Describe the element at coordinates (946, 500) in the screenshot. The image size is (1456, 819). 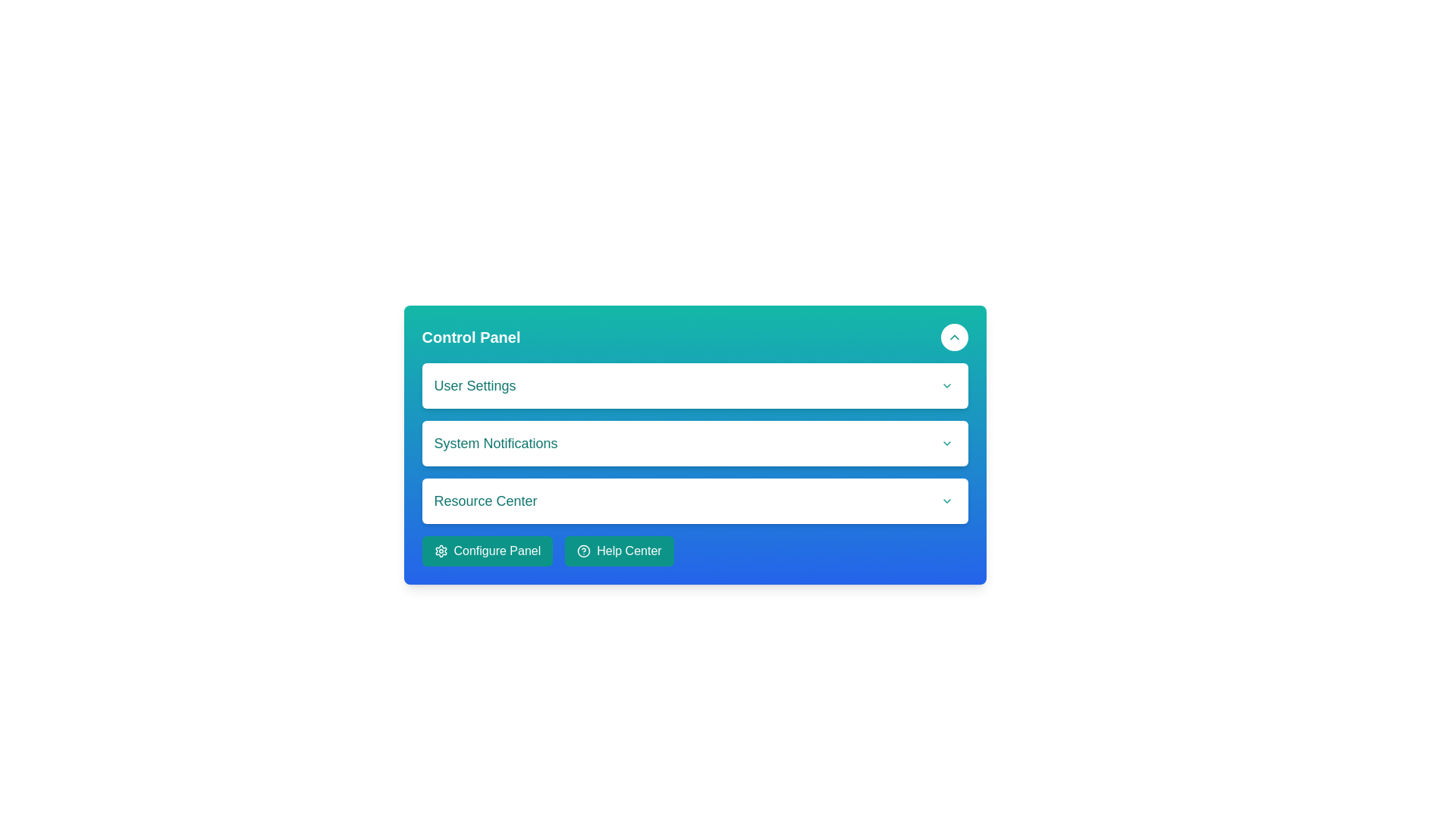
I see `the teal downward-facing chevron icon at the rightmost end of the 'Resource Center' label` at that location.